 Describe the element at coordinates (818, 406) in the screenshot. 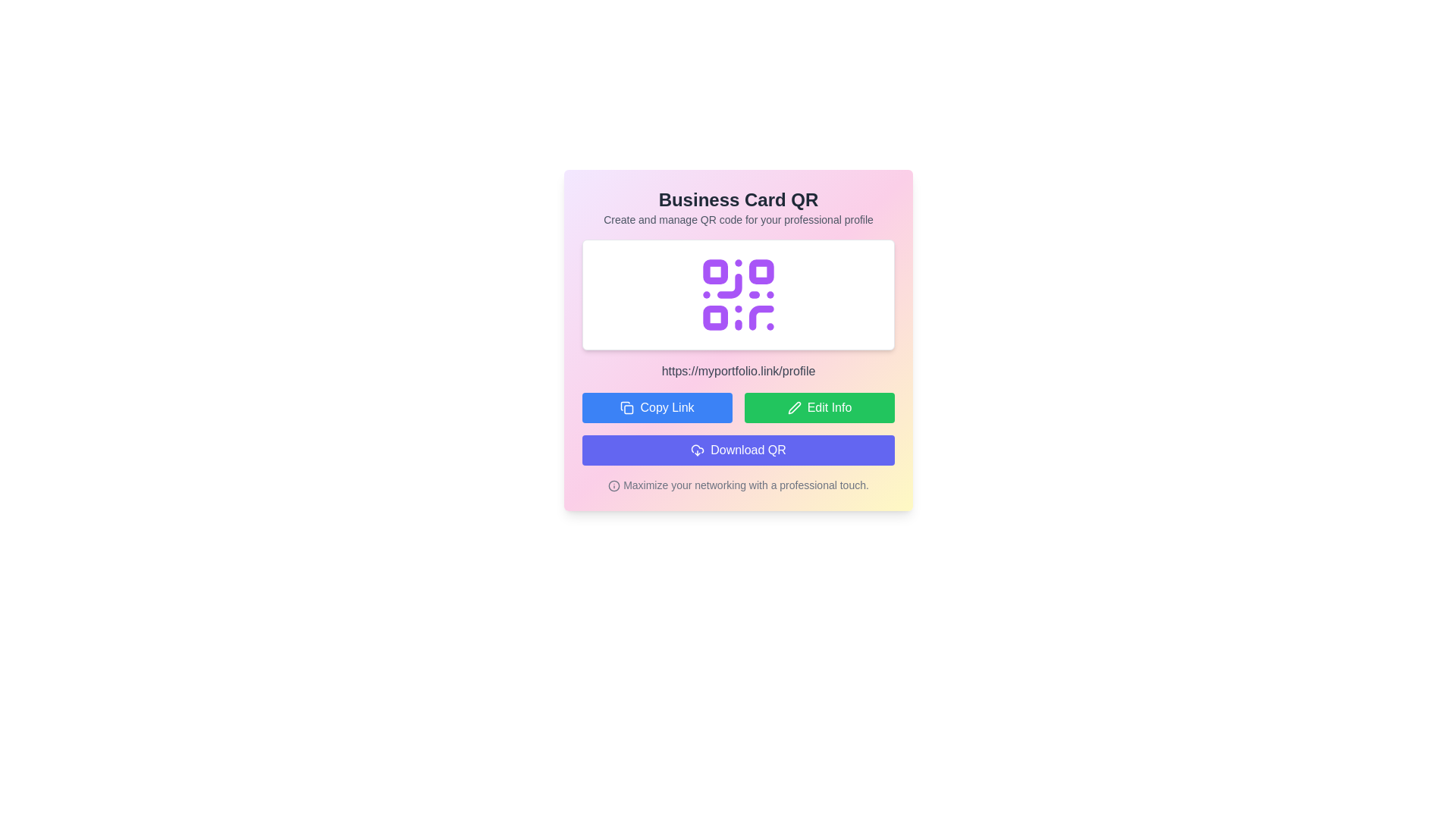

I see `the edit button, which is the second button in a row of two, located to the right of the blue 'Copy Link' button` at that location.